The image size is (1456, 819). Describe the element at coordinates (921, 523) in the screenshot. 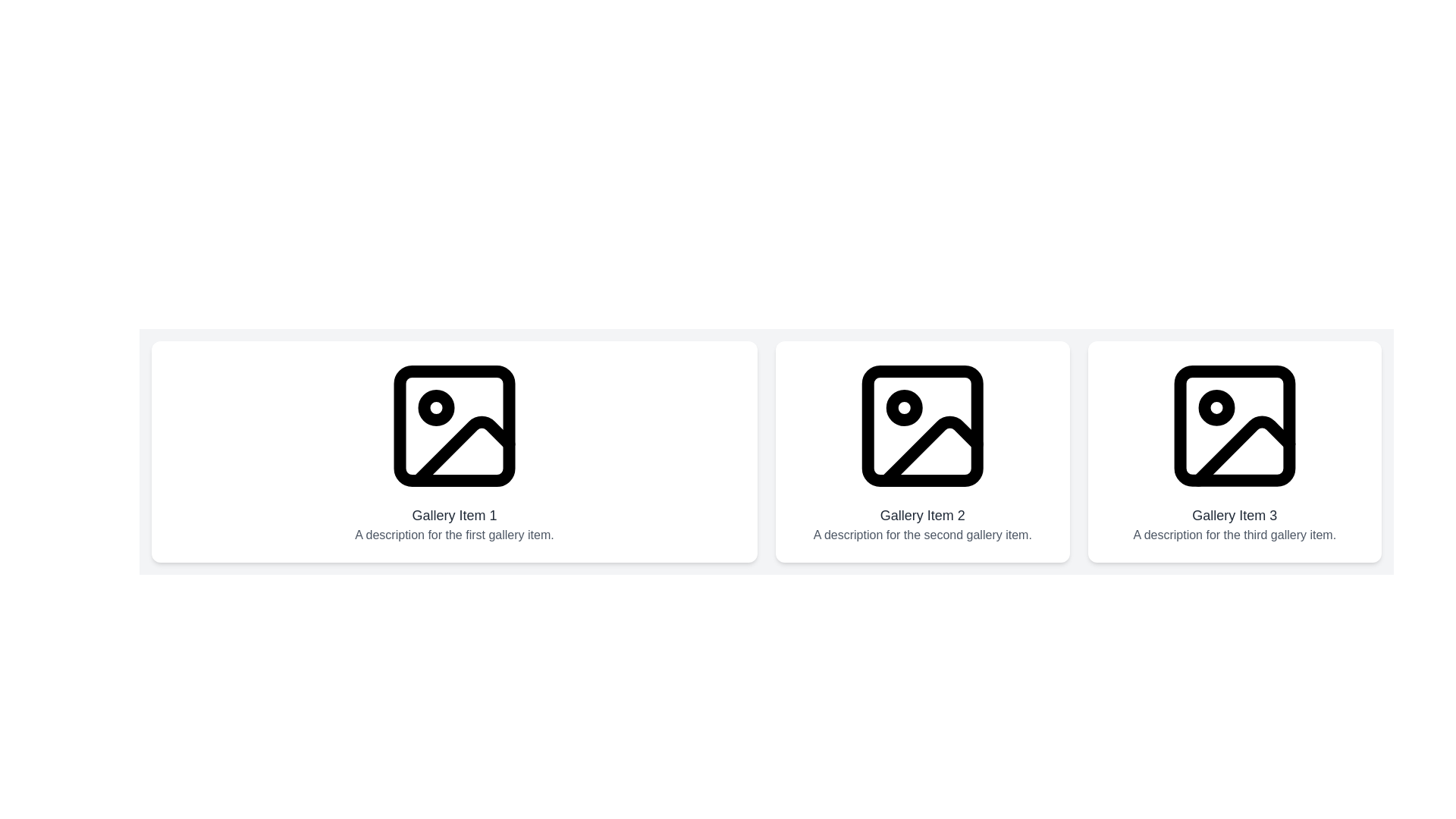

I see `the text block containing the title 'Gallery Item 2' and the subtitle 'A description for the second gallery item.' located in the lower portion of the second gallery item box` at that location.